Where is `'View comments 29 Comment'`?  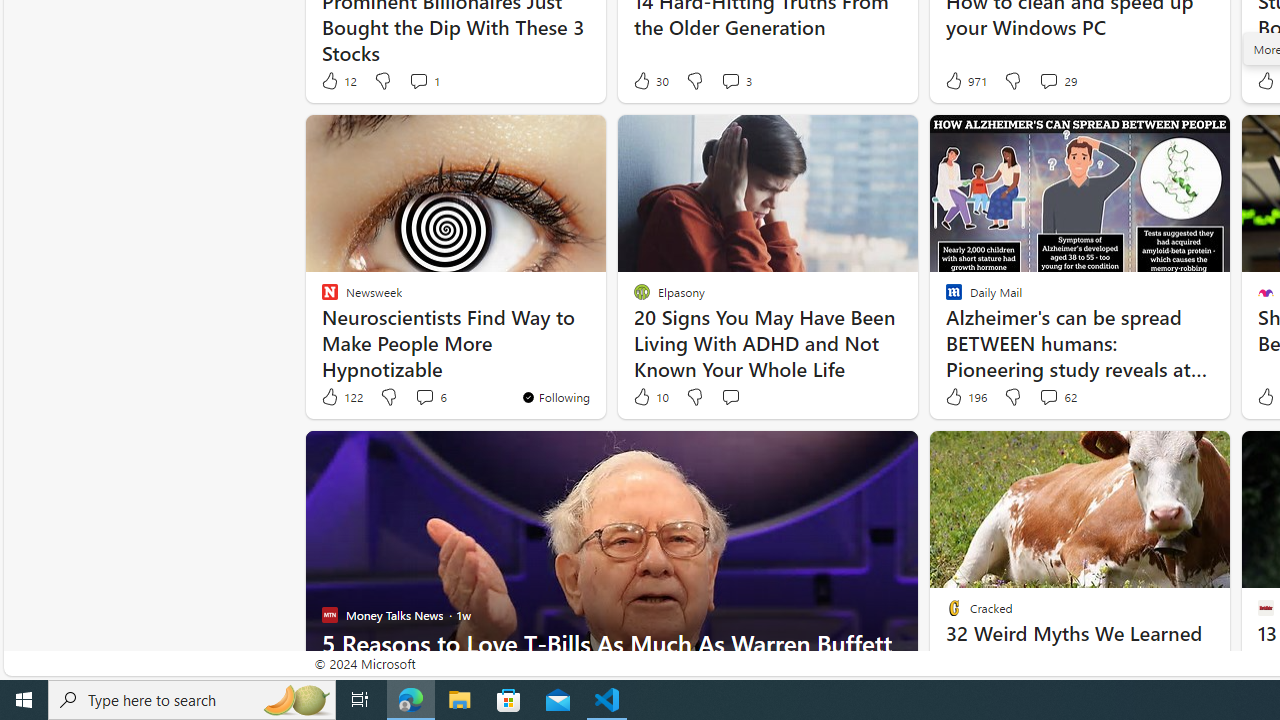 'View comments 29 Comment' is located at coordinates (1047, 80).